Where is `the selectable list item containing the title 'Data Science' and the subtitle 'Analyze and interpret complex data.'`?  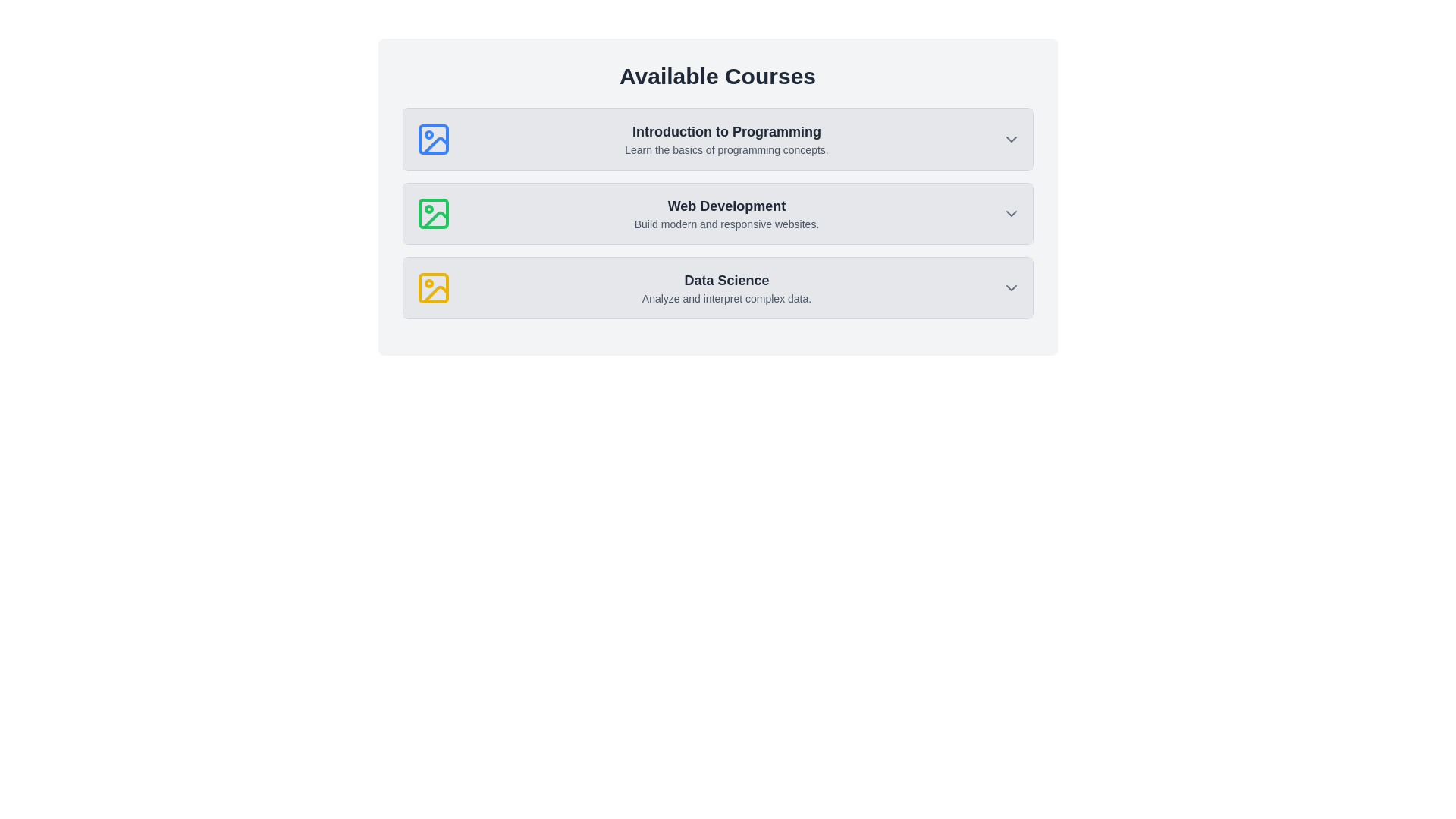
the selectable list item containing the title 'Data Science' and the subtitle 'Analyze and interpret complex data.' is located at coordinates (717, 288).